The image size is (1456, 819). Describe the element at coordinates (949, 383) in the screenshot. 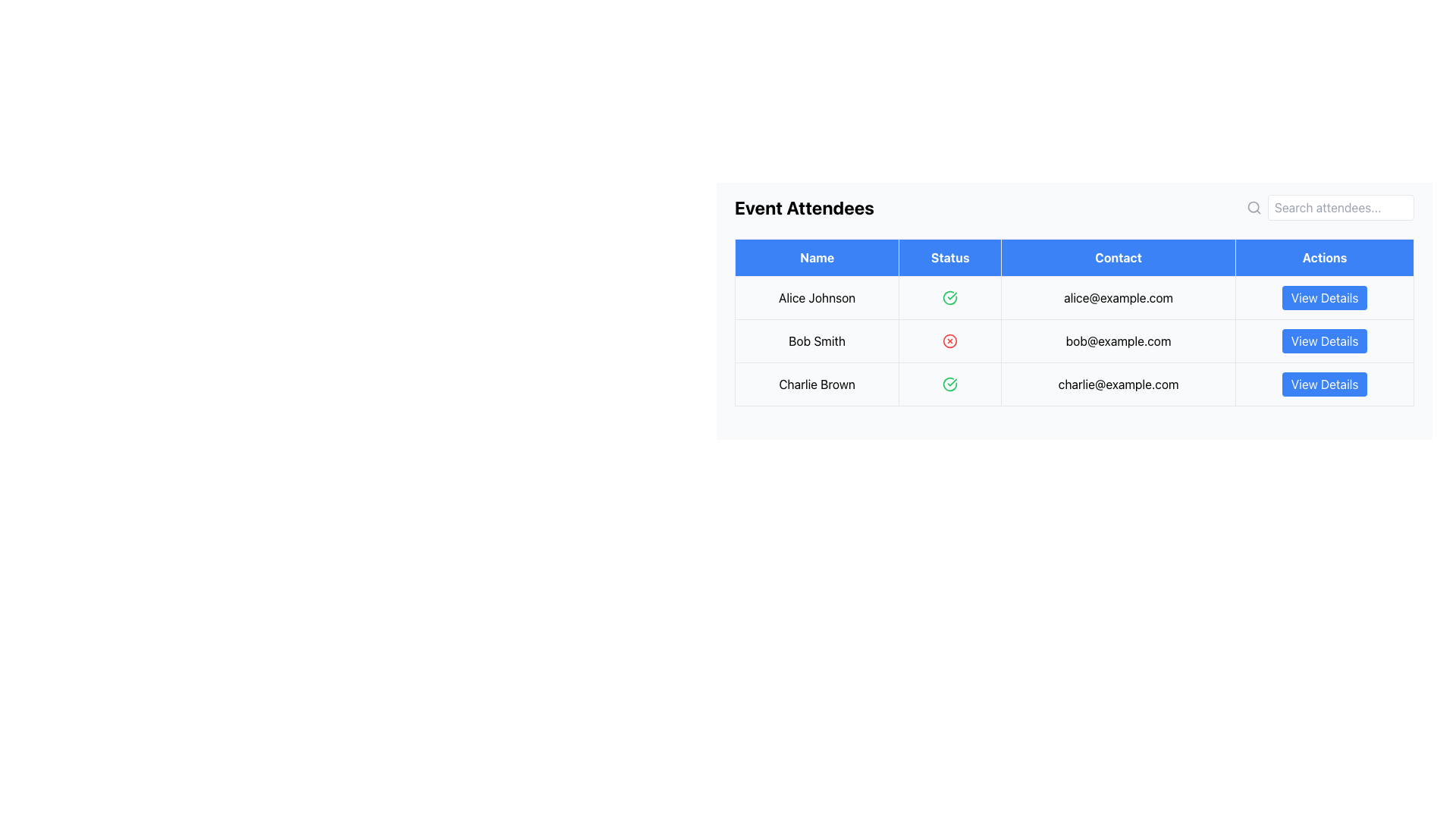

I see `the circular SVG component indicating a positive status for 'Alice Johnson' in the 'Status' column of the table` at that location.